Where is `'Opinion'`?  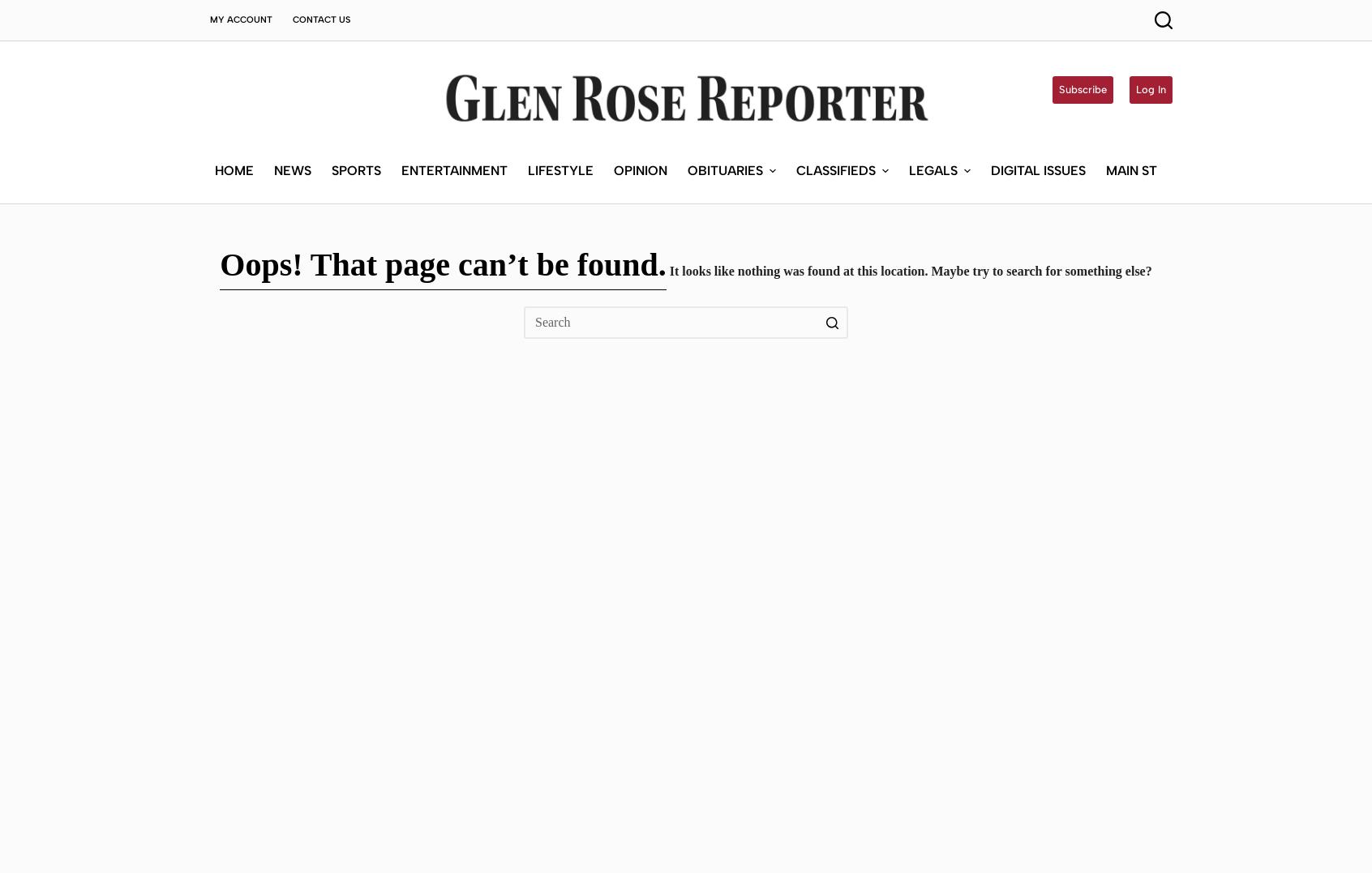 'Opinion' is located at coordinates (639, 46).